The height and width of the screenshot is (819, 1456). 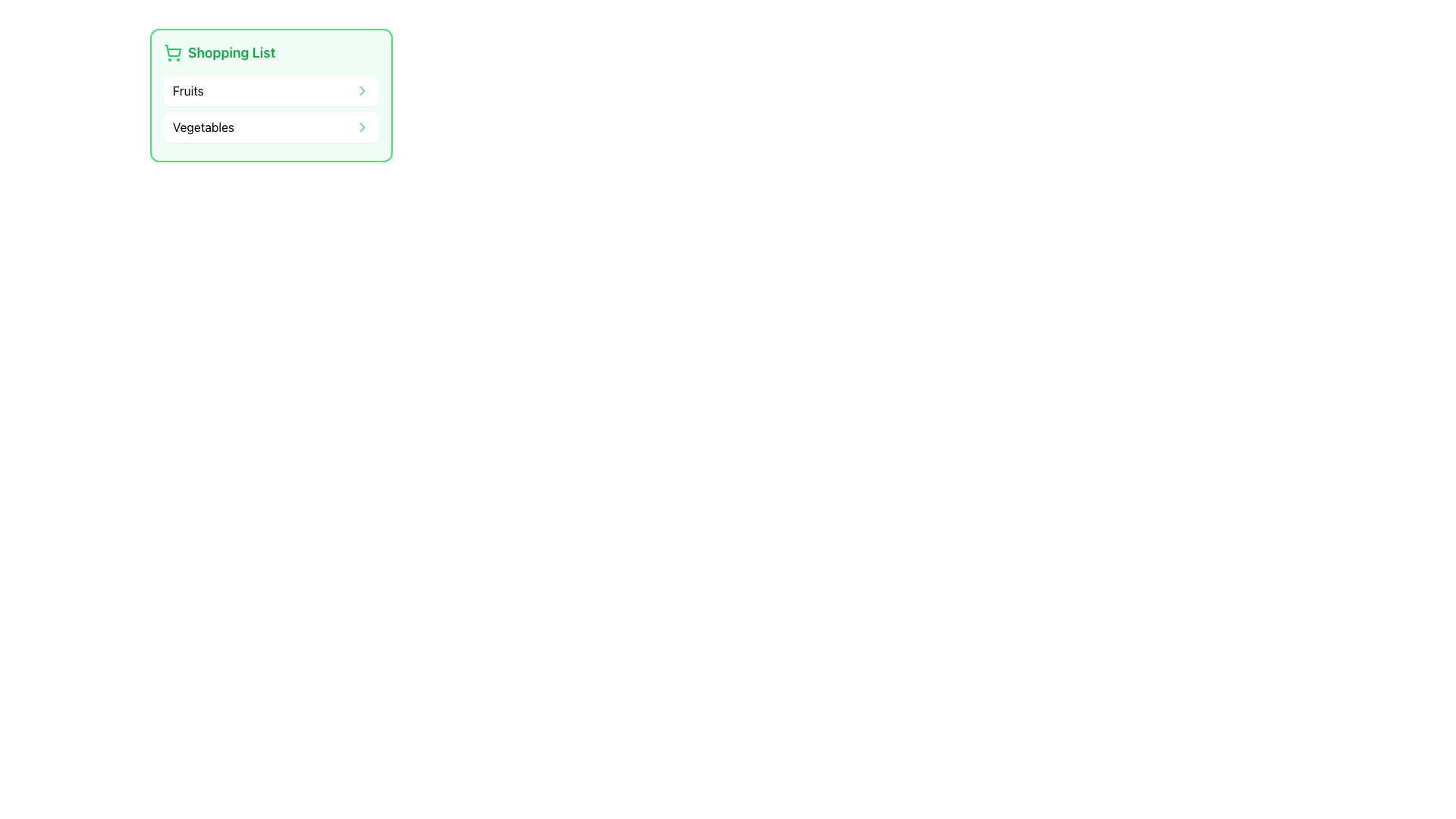 What do you see at coordinates (172, 52) in the screenshot?
I see `the shopping cart icon styled with a green stroke located to the left of the 'Shopping List' text` at bounding box center [172, 52].